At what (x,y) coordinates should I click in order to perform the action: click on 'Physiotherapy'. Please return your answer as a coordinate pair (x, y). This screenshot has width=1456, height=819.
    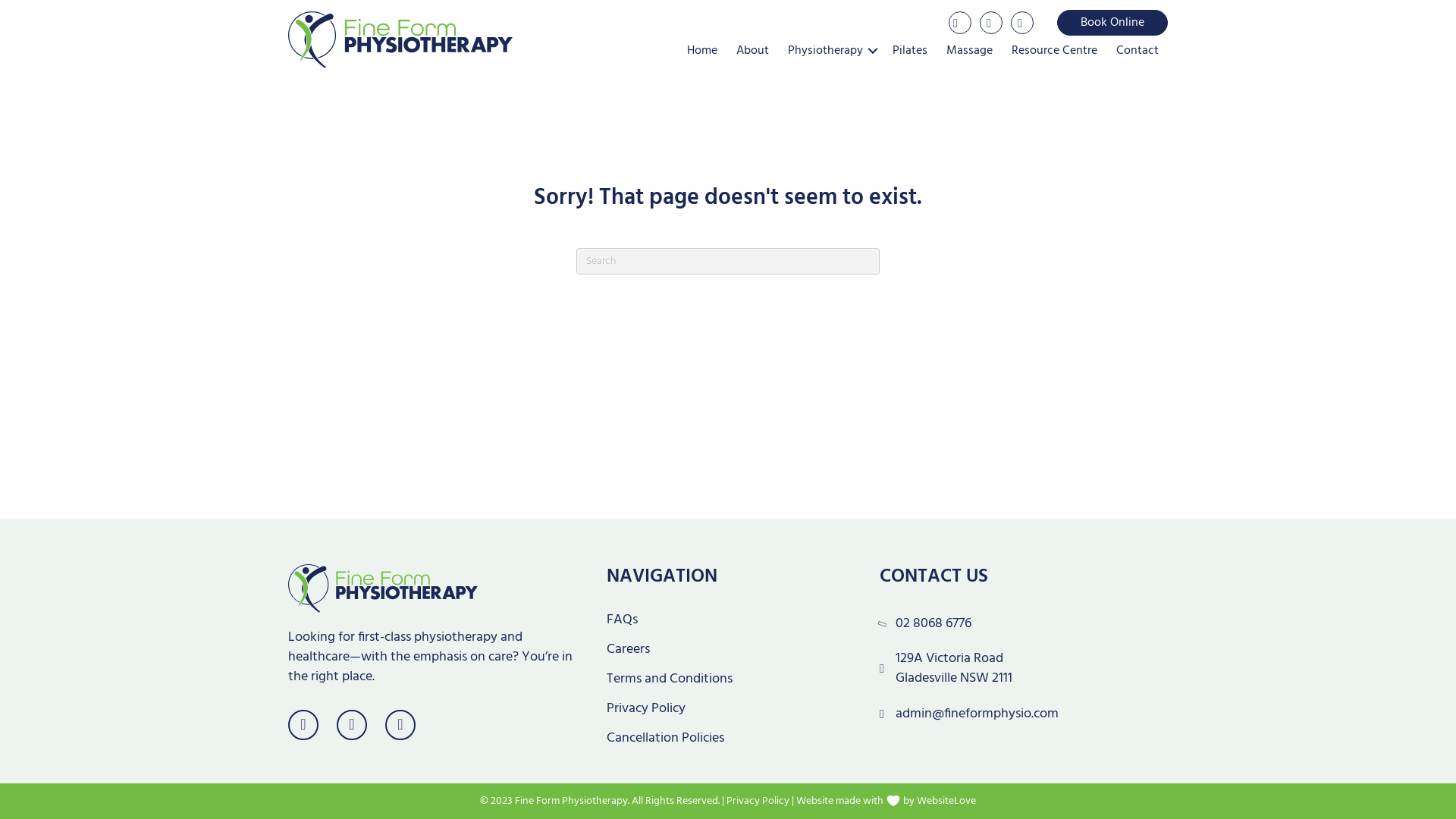
    Looking at the image, I should click on (830, 49).